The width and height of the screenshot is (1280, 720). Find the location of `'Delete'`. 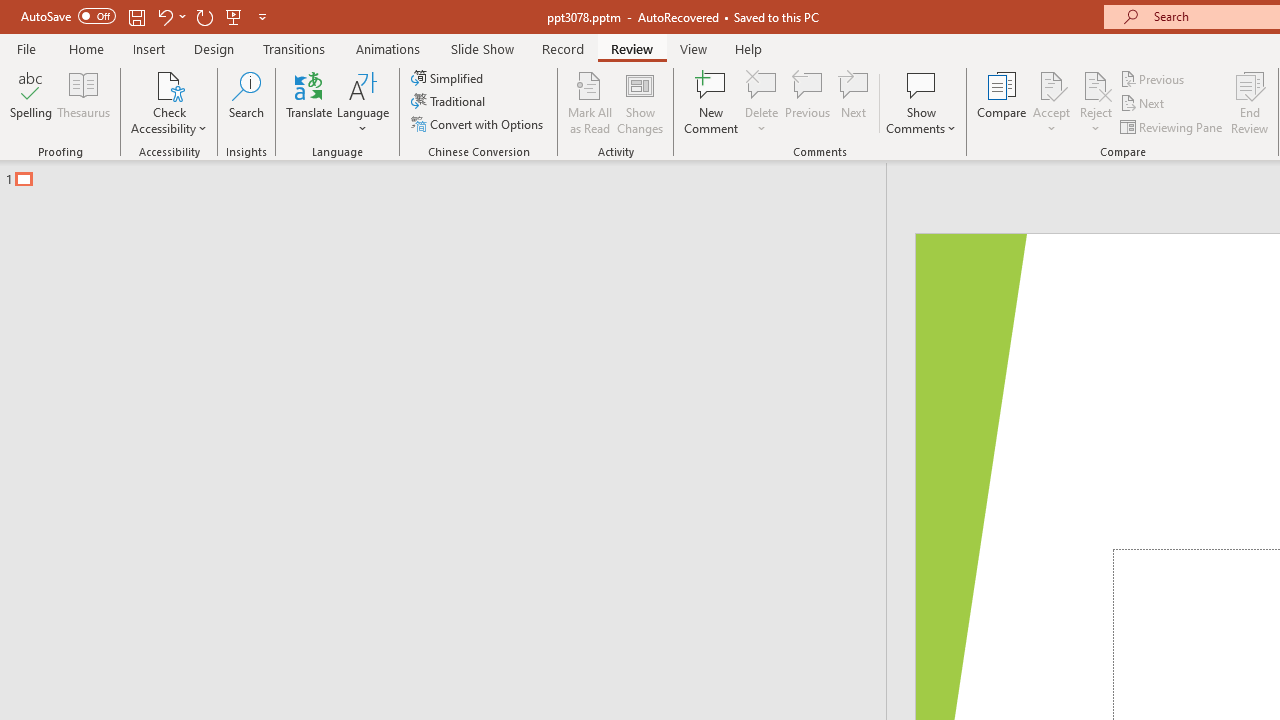

'Delete' is located at coordinates (761, 103).